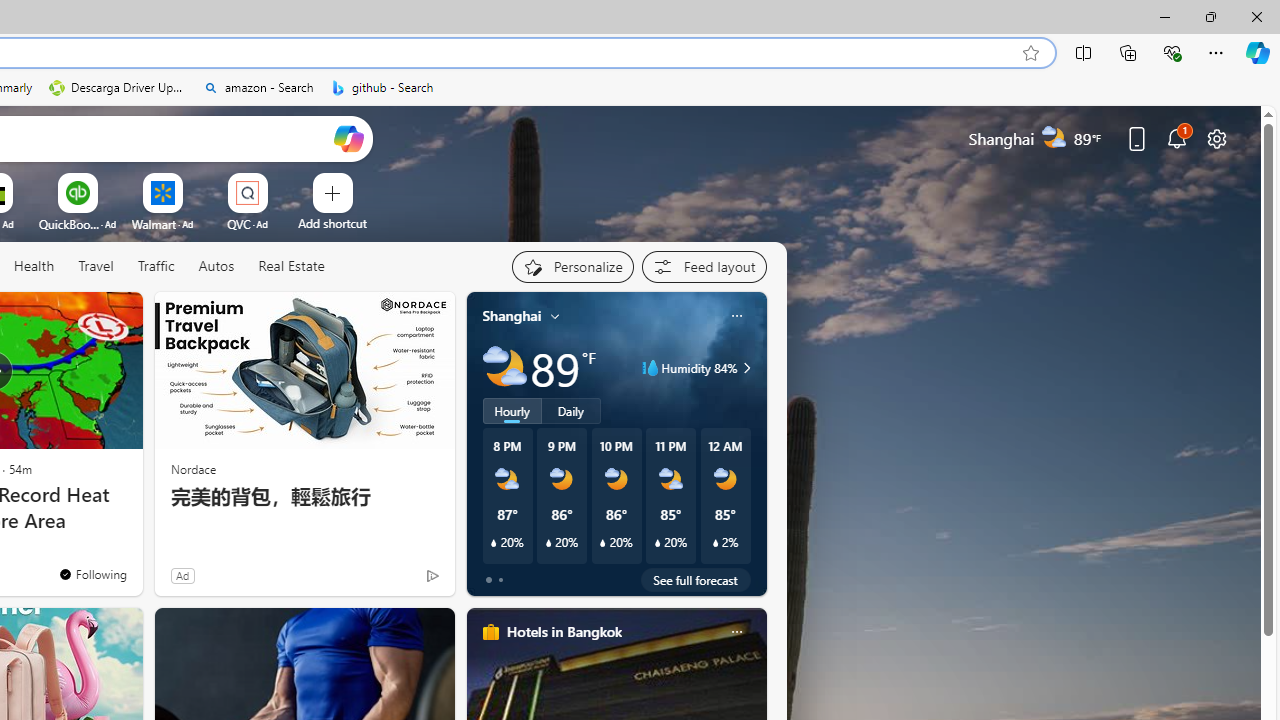 The height and width of the screenshot is (720, 1280). What do you see at coordinates (216, 265) in the screenshot?
I see `'Autos'` at bounding box center [216, 265].